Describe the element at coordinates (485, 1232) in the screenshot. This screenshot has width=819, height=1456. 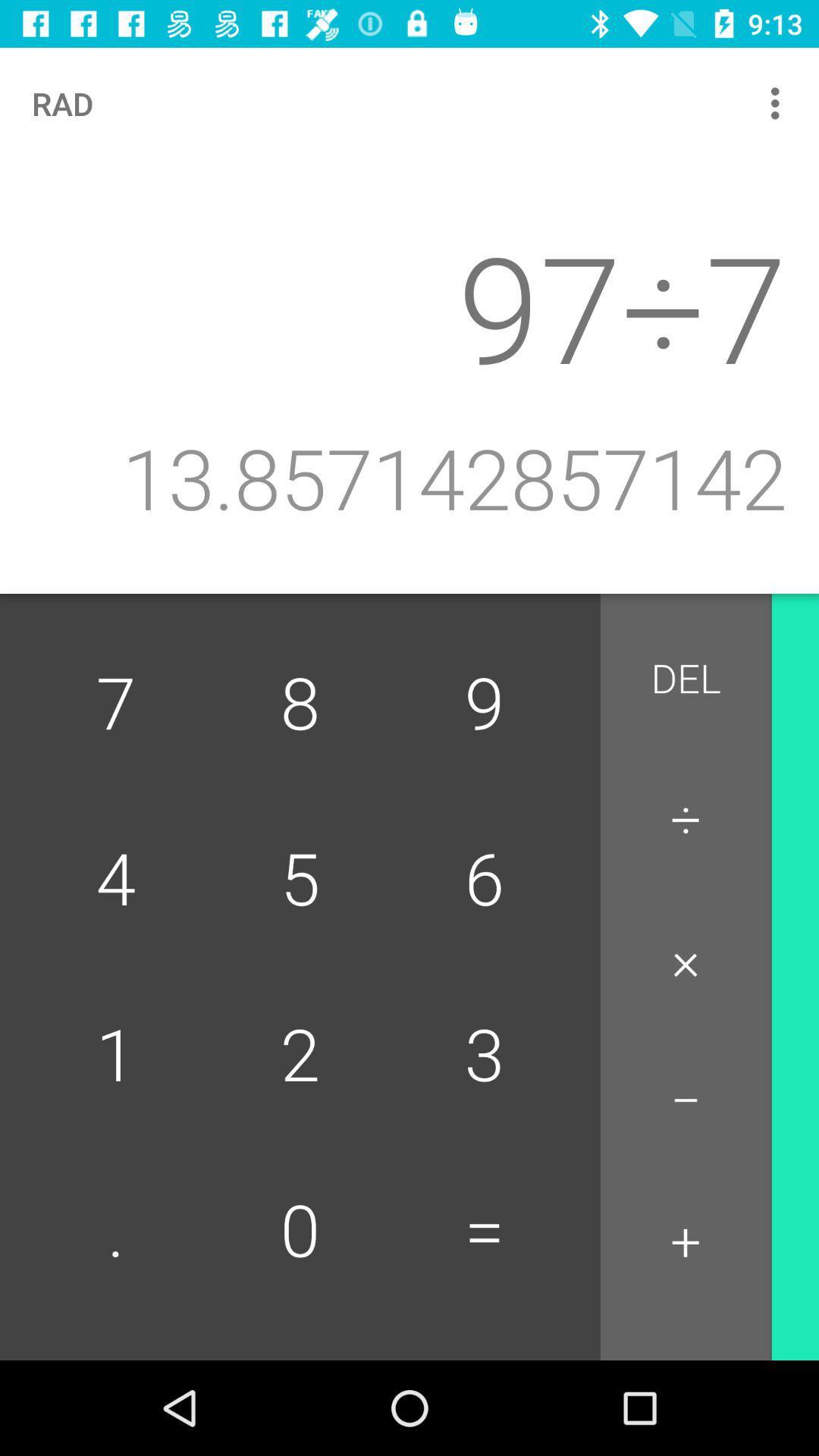
I see `the button to the right of 2 item` at that location.